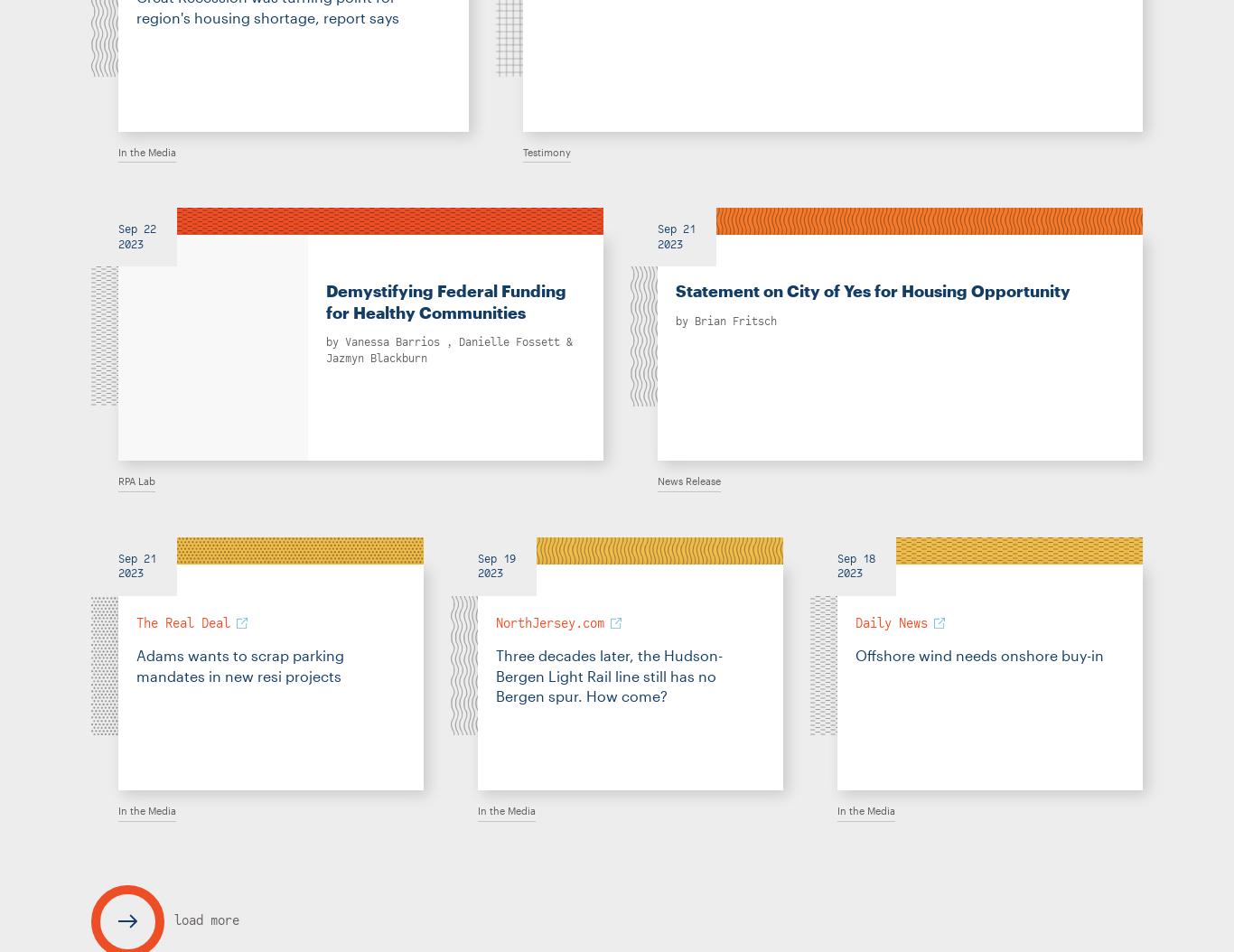 The image size is (1234, 952). Describe the element at coordinates (689, 481) in the screenshot. I see `'News Release'` at that location.